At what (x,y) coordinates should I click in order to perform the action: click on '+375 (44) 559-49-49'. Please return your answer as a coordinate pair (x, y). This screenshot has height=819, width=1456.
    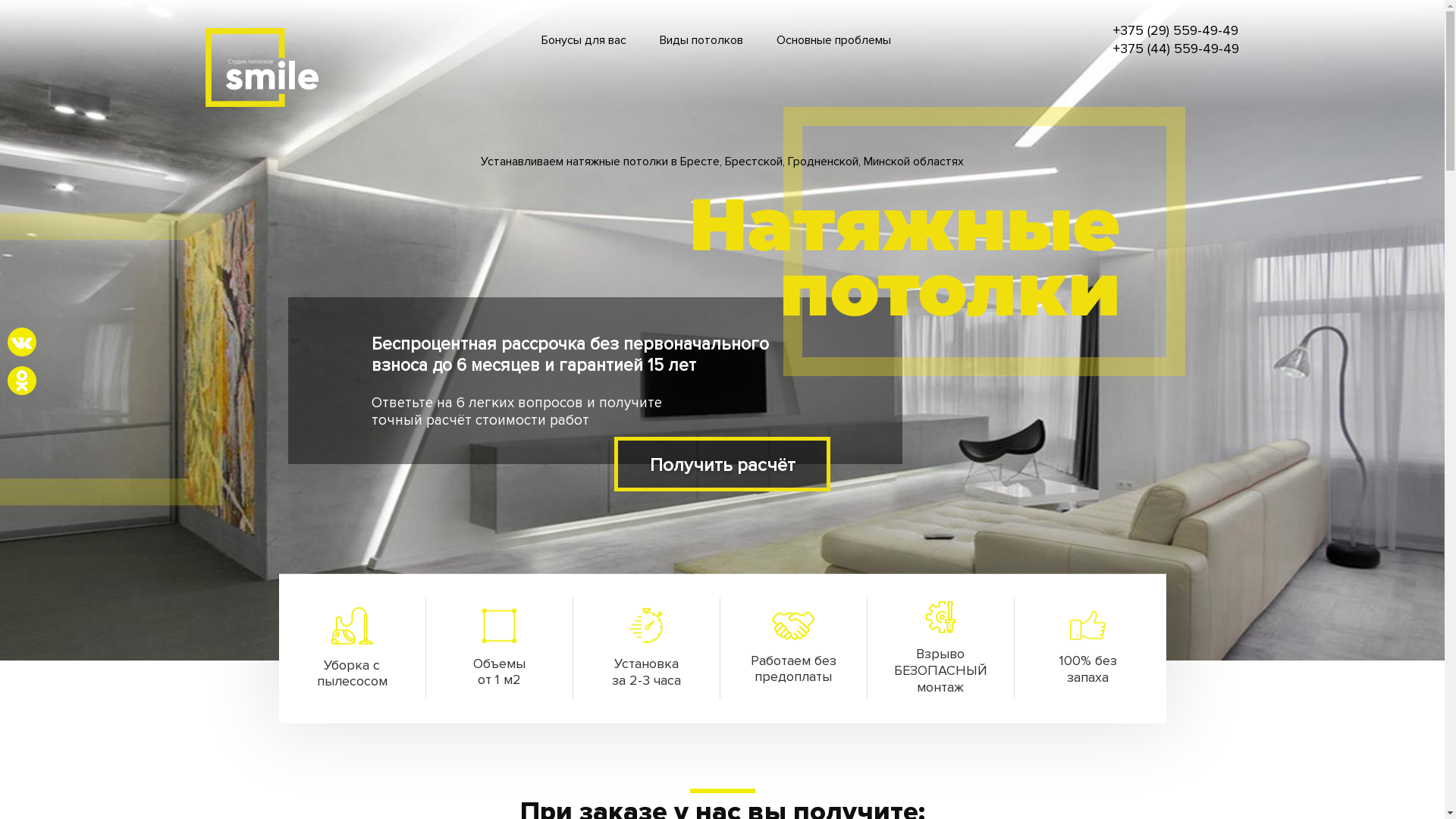
    Looking at the image, I should click on (1175, 48).